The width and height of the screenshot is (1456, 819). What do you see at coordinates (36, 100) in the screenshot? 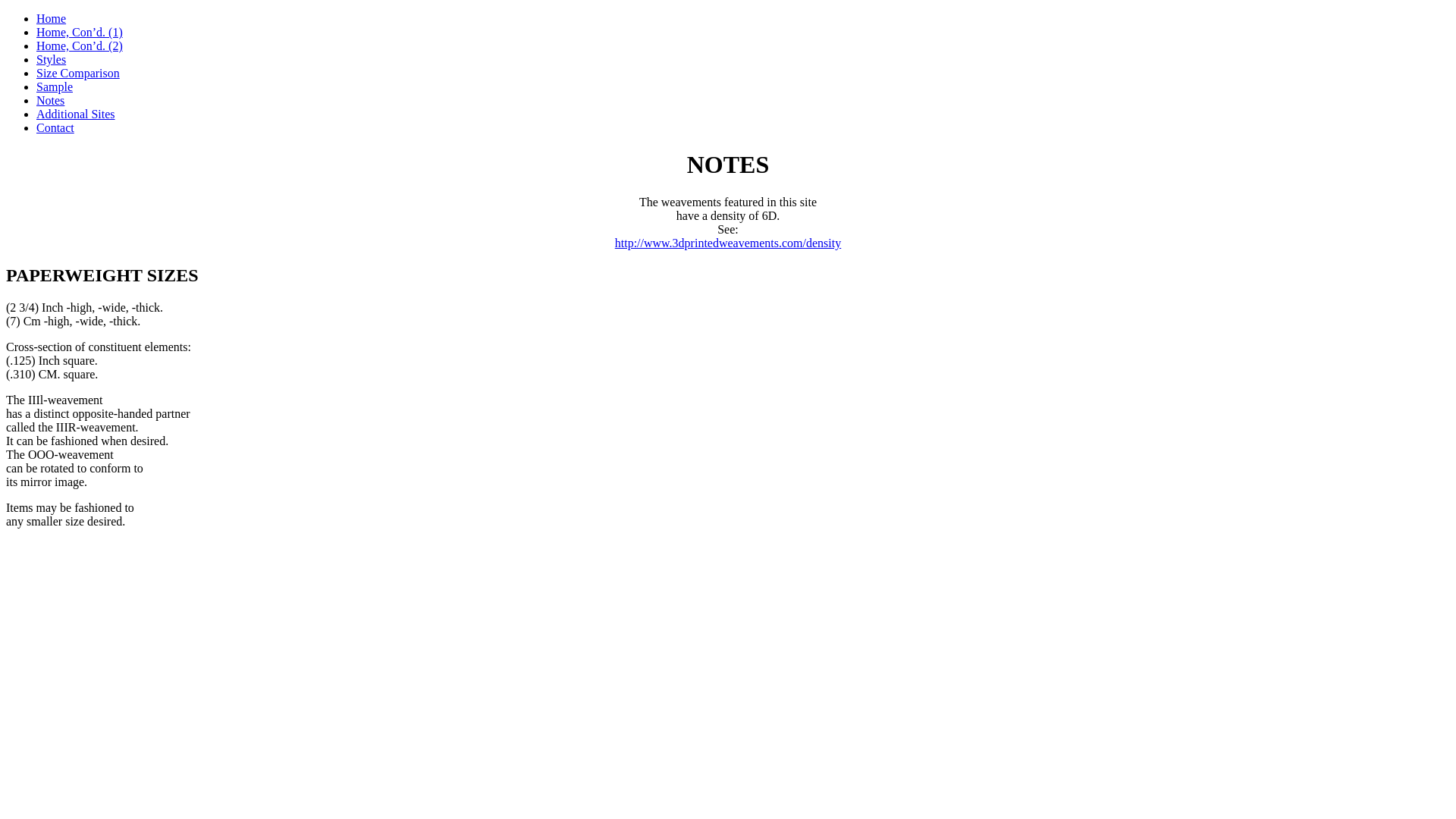
I see `'Notes'` at bounding box center [36, 100].